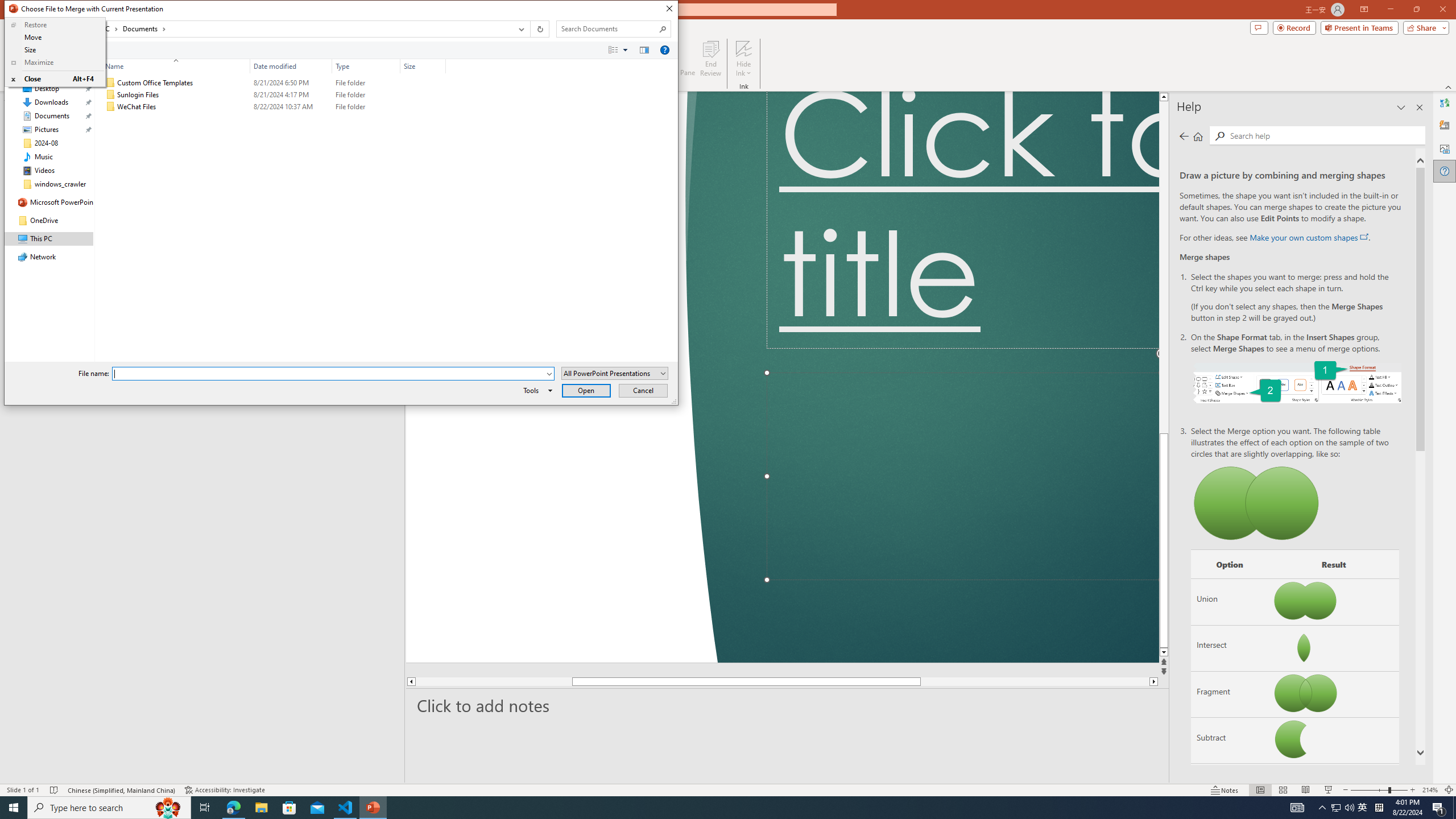  I want to click on 'Intersect', so click(1228, 647).